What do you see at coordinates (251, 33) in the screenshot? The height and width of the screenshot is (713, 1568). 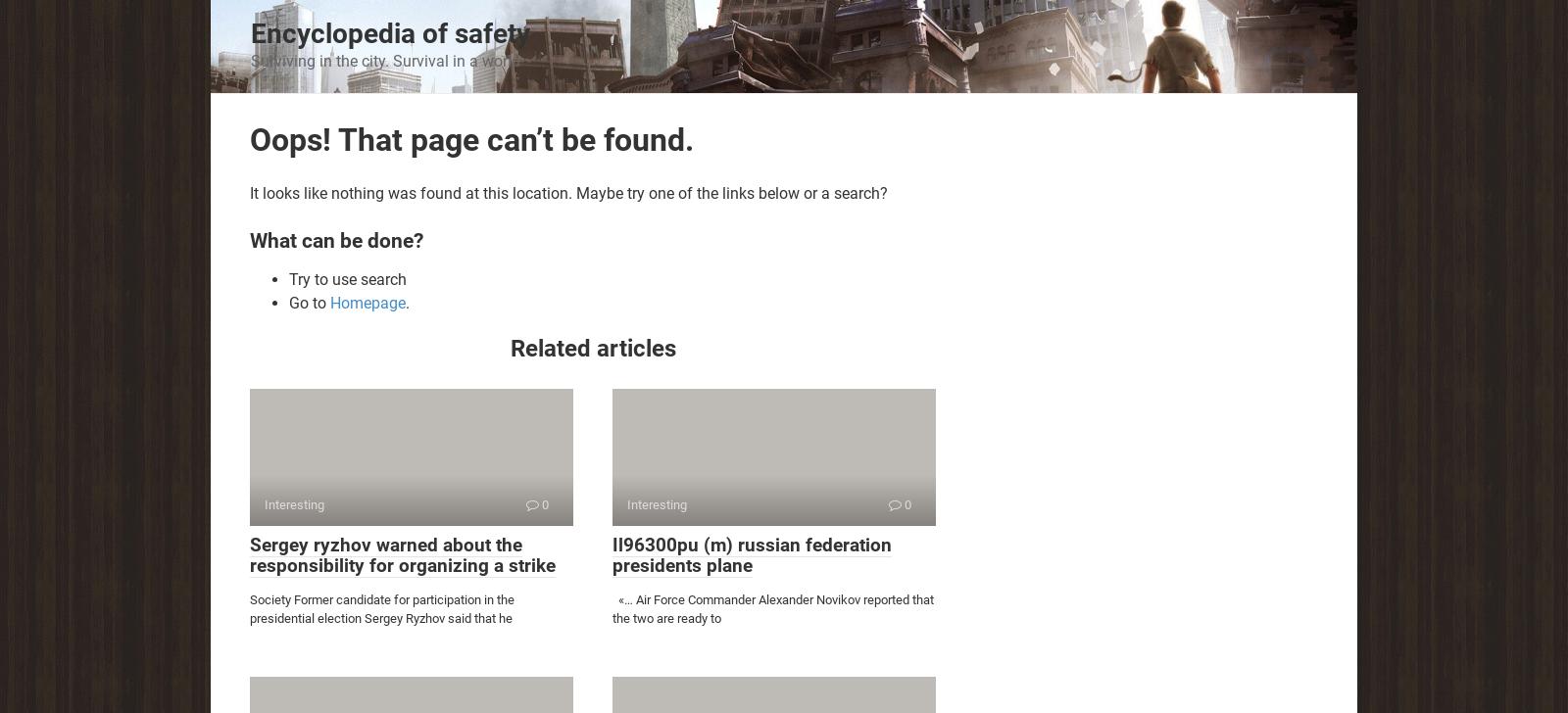 I see `'Encyclopedia of safety'` at bounding box center [251, 33].